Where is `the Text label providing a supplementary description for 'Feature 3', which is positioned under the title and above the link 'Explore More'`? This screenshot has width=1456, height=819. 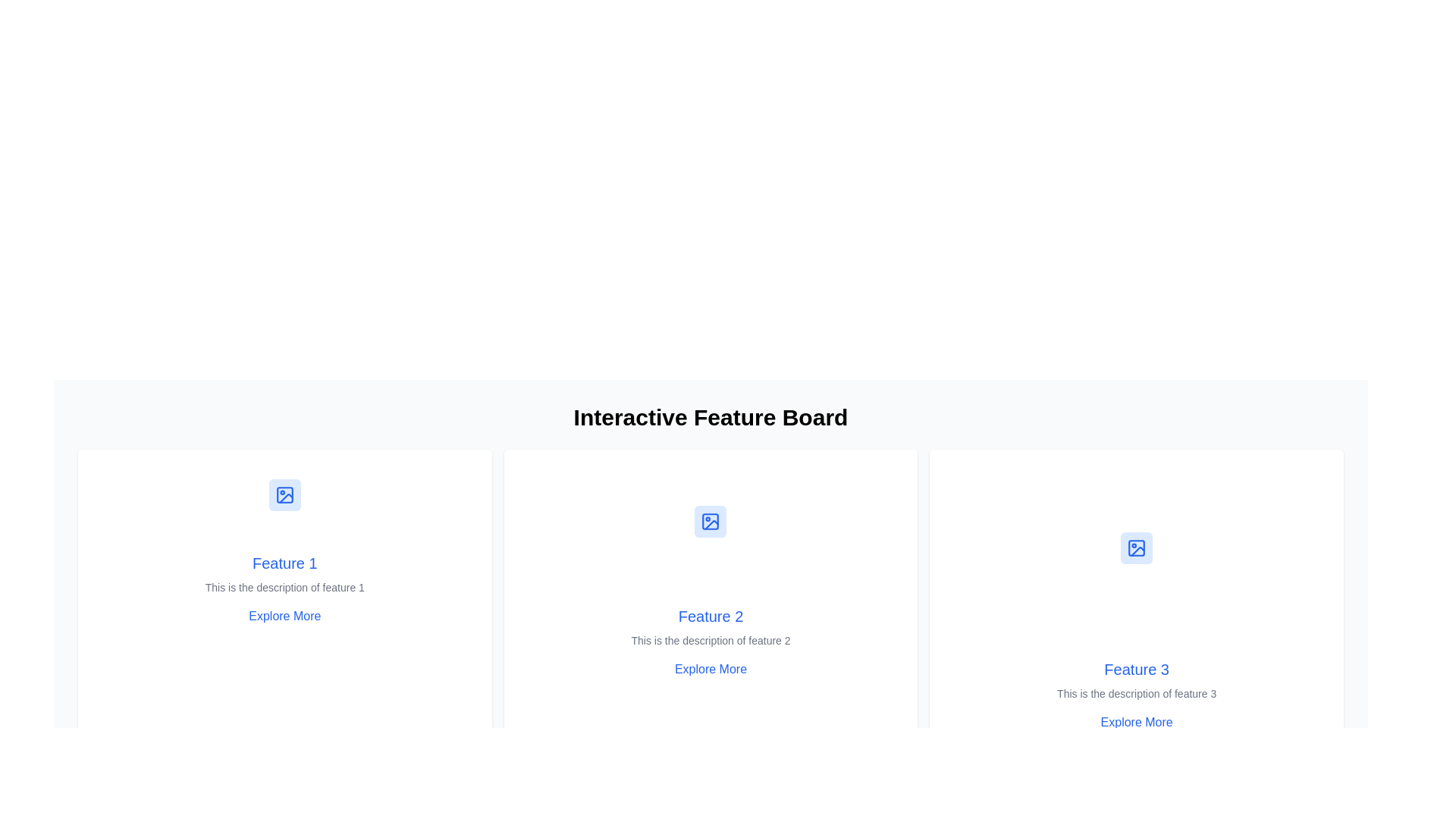
the Text label providing a supplementary description for 'Feature 3', which is positioned under the title and above the link 'Explore More' is located at coordinates (1137, 693).